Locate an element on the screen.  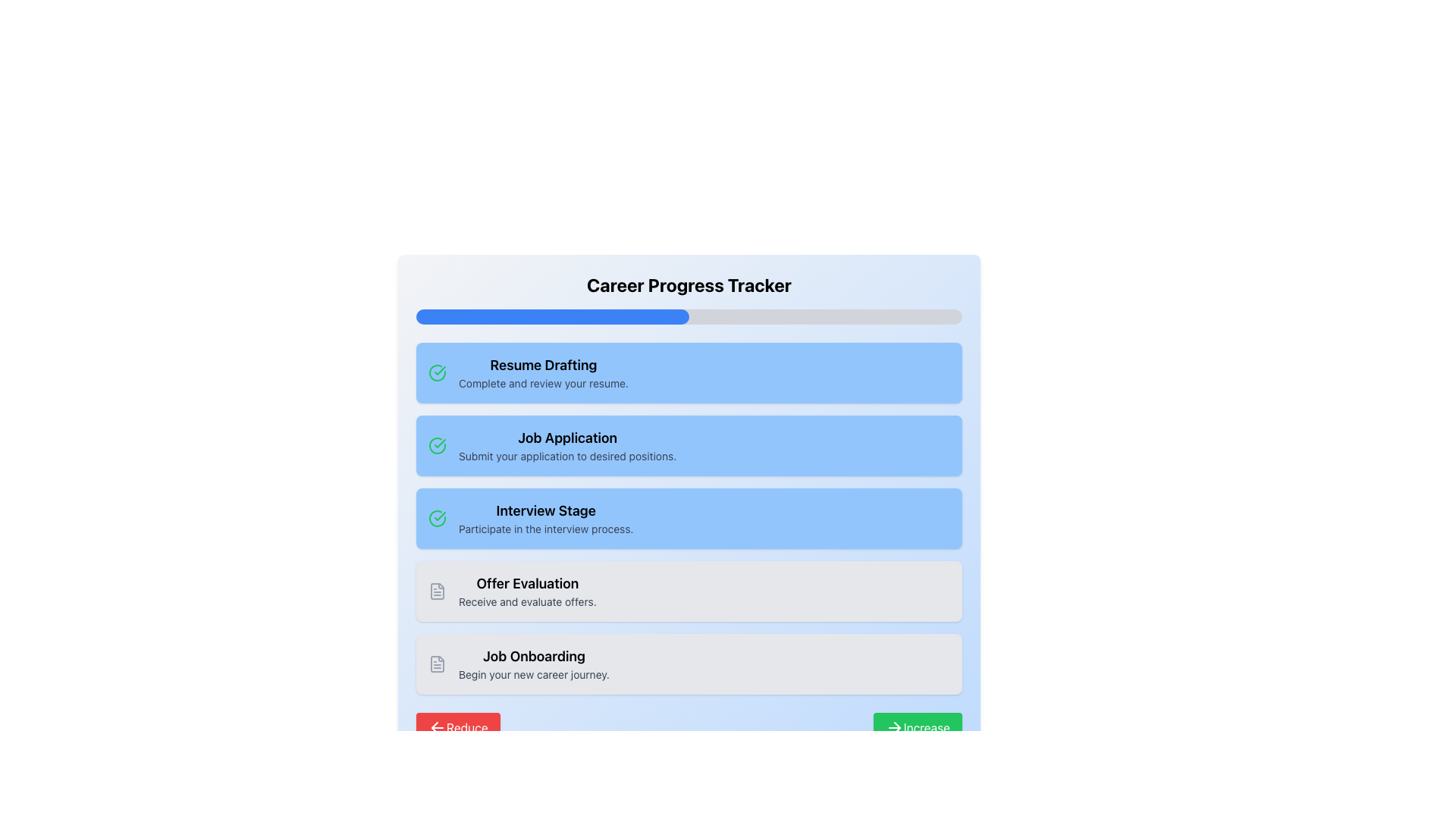
the 'Interview Stage' text block is located at coordinates (546, 517).